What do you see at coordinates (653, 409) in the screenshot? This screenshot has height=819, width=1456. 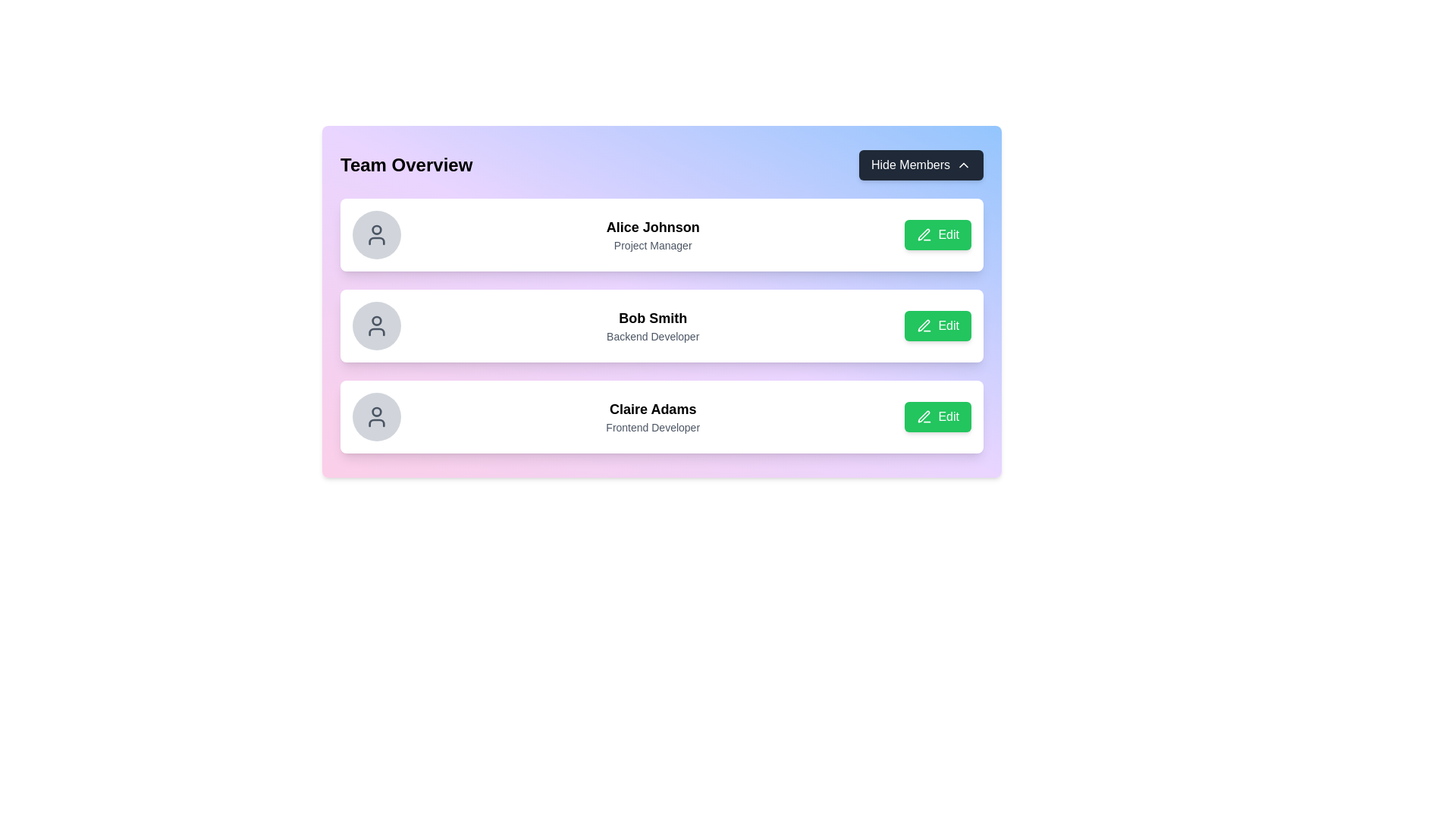 I see `the text label displaying 'Claire Adams', which is the title in a card positioned in the center area of the user interface` at bounding box center [653, 409].